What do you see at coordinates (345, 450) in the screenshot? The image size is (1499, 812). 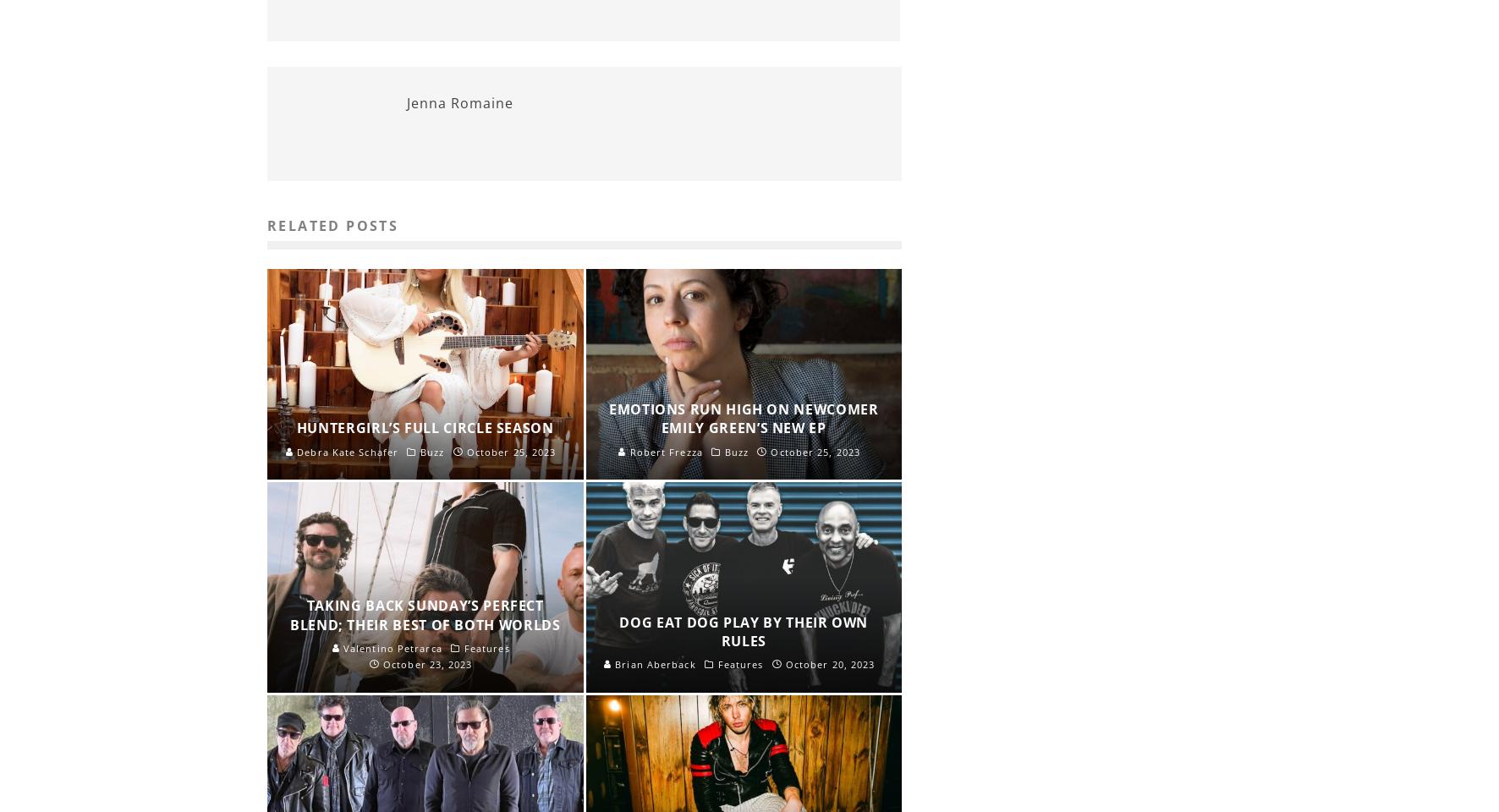 I see `'Debra Kate Schafer'` at bounding box center [345, 450].